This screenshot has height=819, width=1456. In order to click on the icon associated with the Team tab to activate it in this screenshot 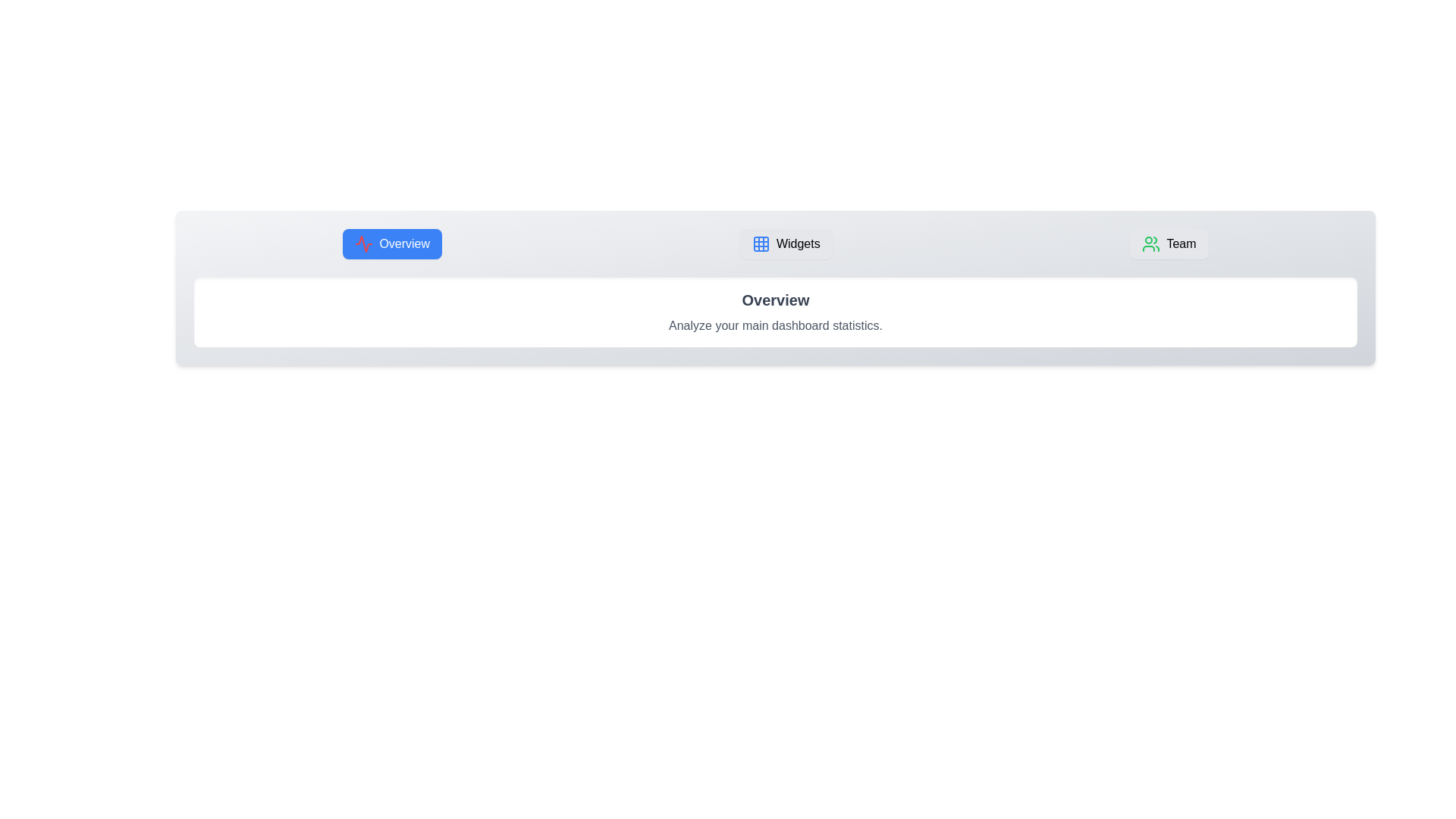, I will do `click(1151, 243)`.